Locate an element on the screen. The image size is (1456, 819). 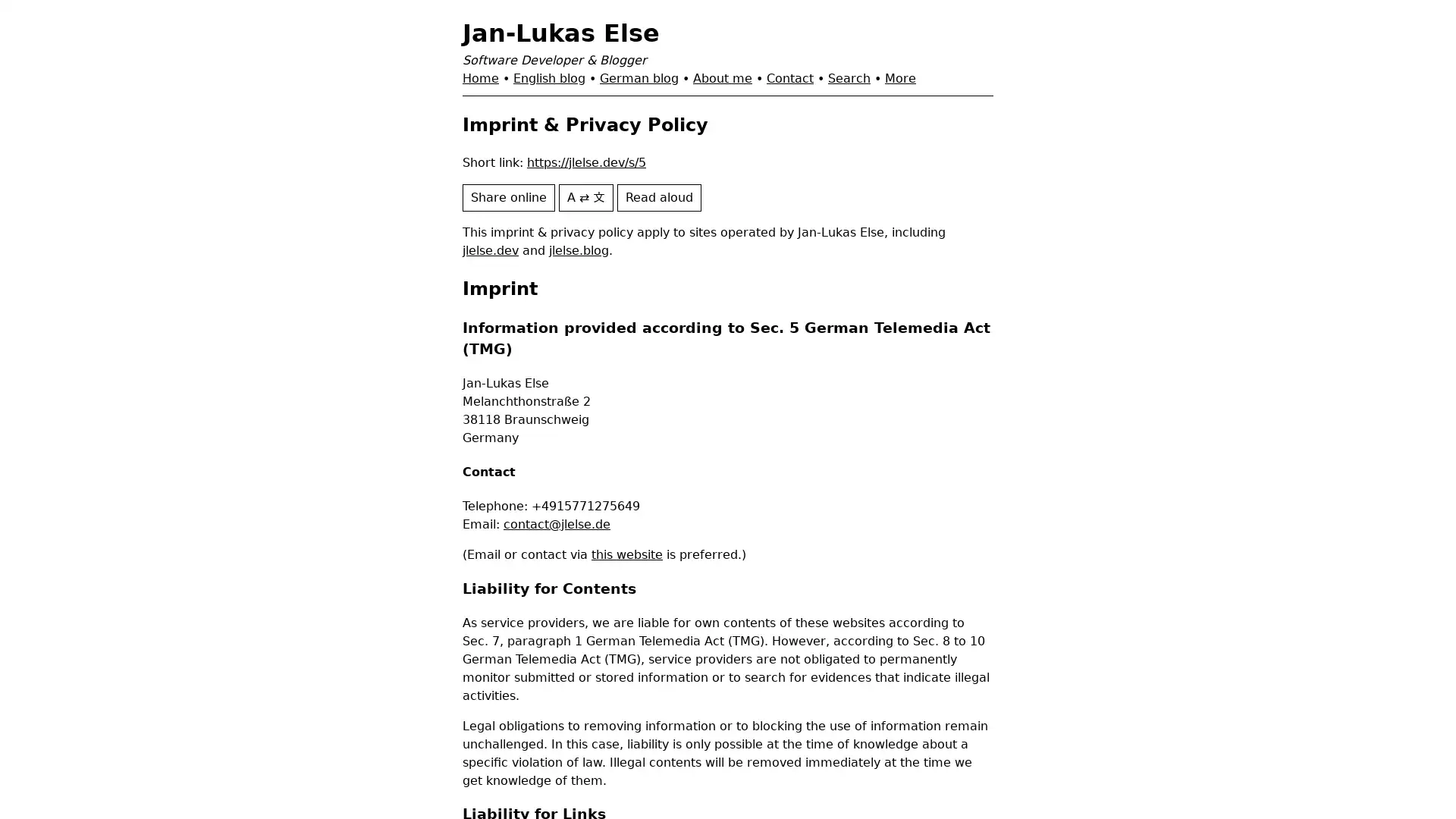
Read aloud is located at coordinates (659, 196).